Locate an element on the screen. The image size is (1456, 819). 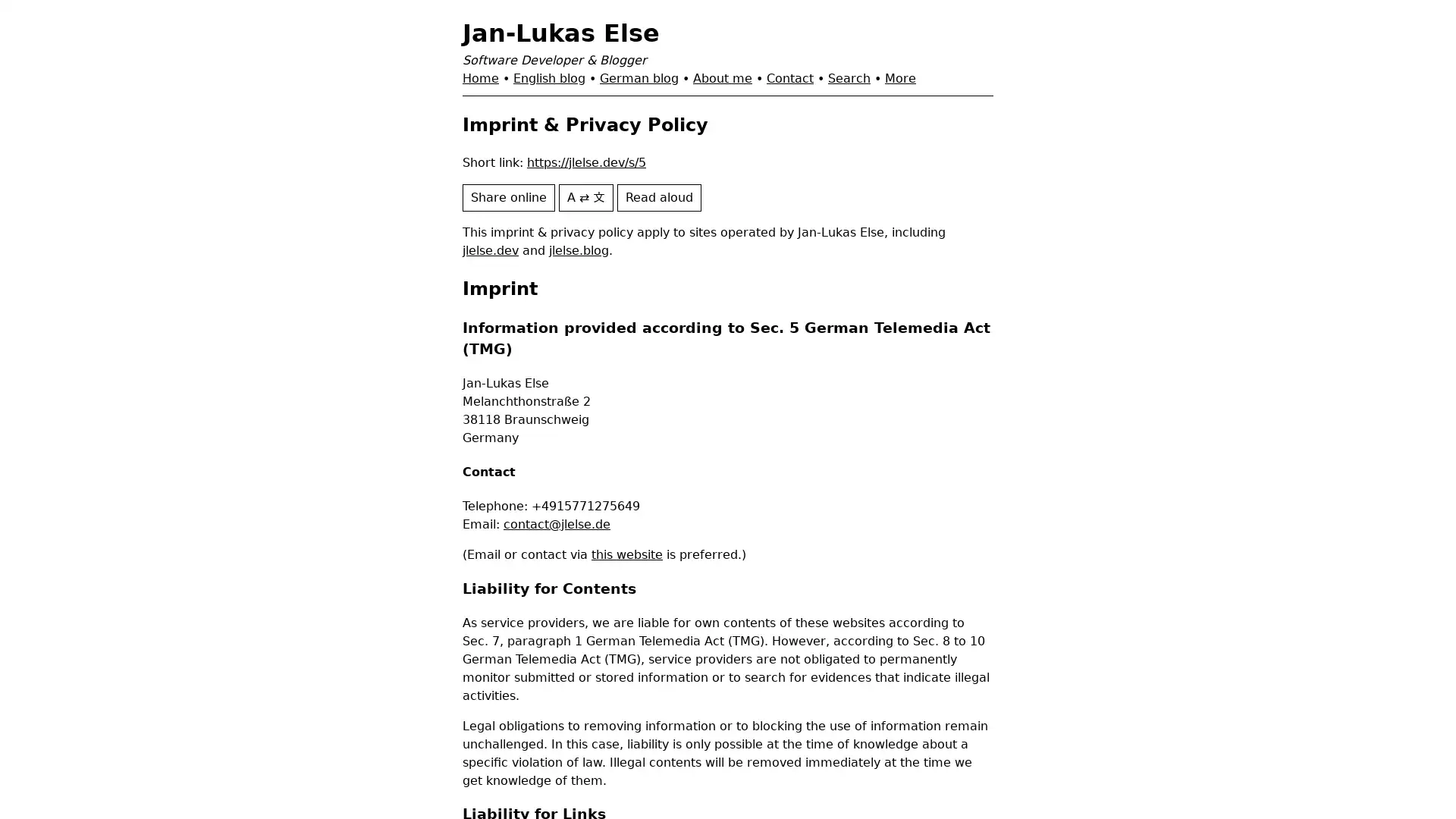
Read aloud is located at coordinates (659, 196).